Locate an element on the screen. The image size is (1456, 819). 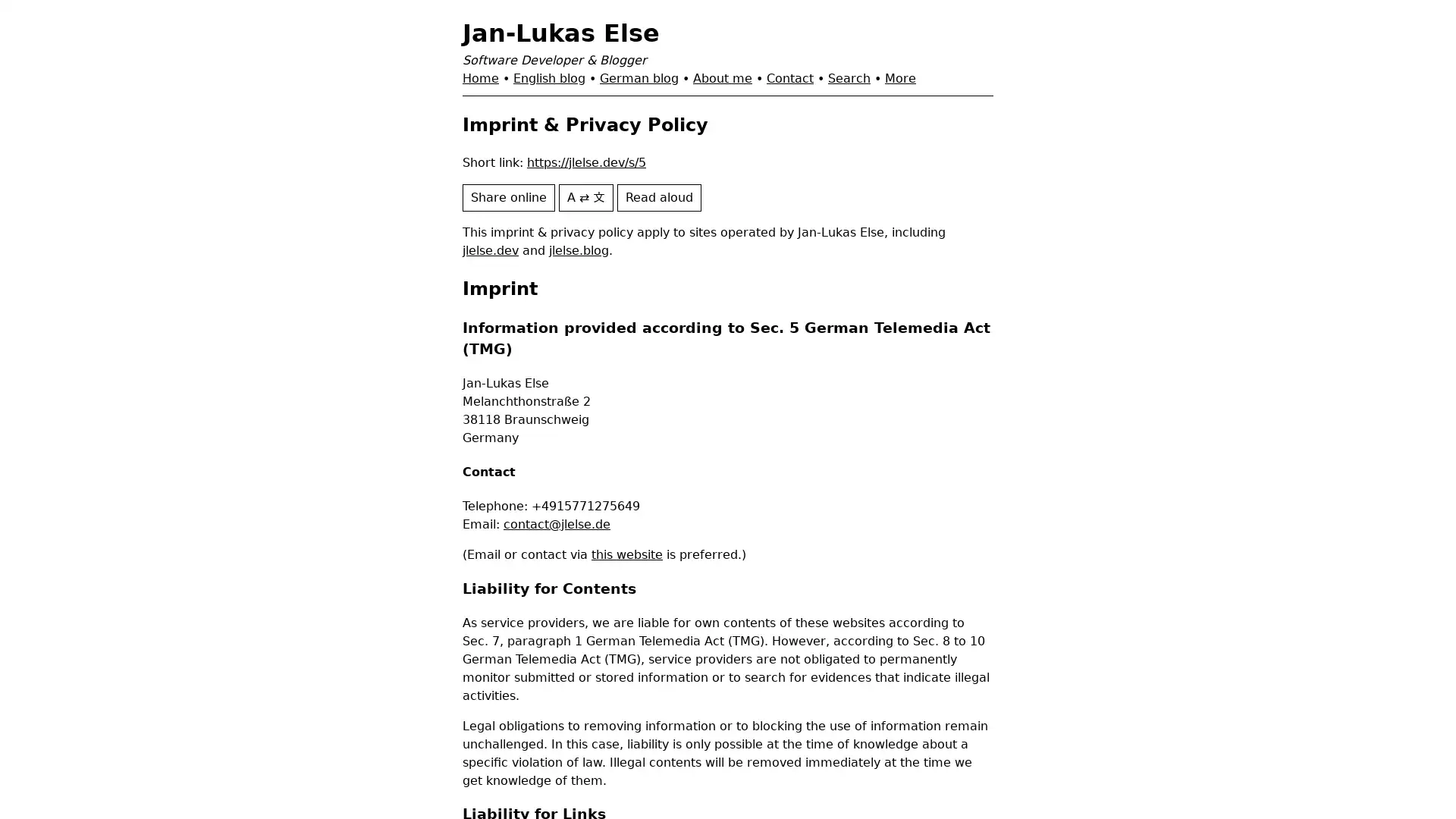
Read aloud is located at coordinates (659, 196).